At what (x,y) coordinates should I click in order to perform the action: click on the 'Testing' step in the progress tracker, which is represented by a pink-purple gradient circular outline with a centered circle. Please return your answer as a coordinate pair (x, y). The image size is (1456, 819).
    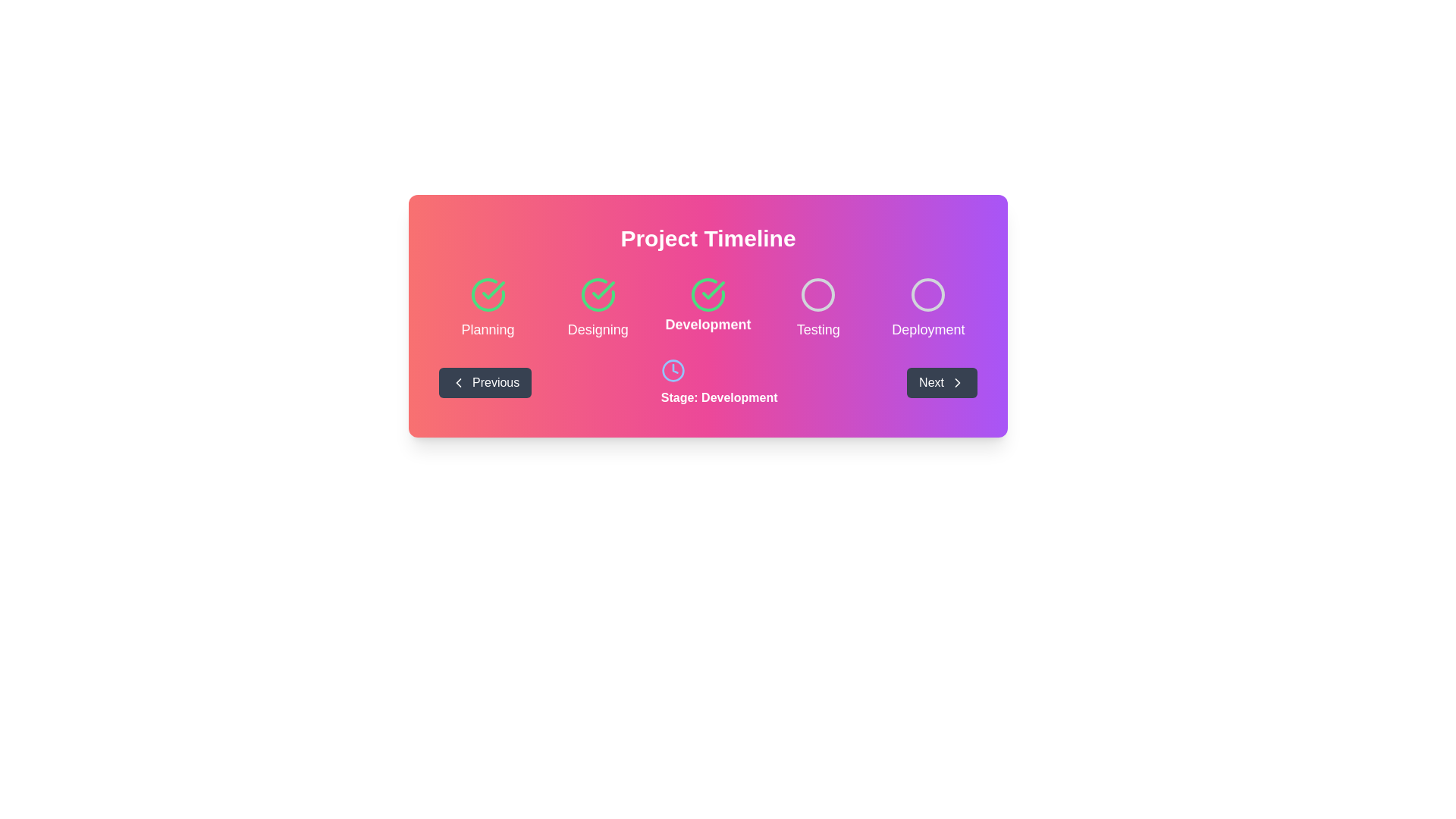
    Looking at the image, I should click on (817, 295).